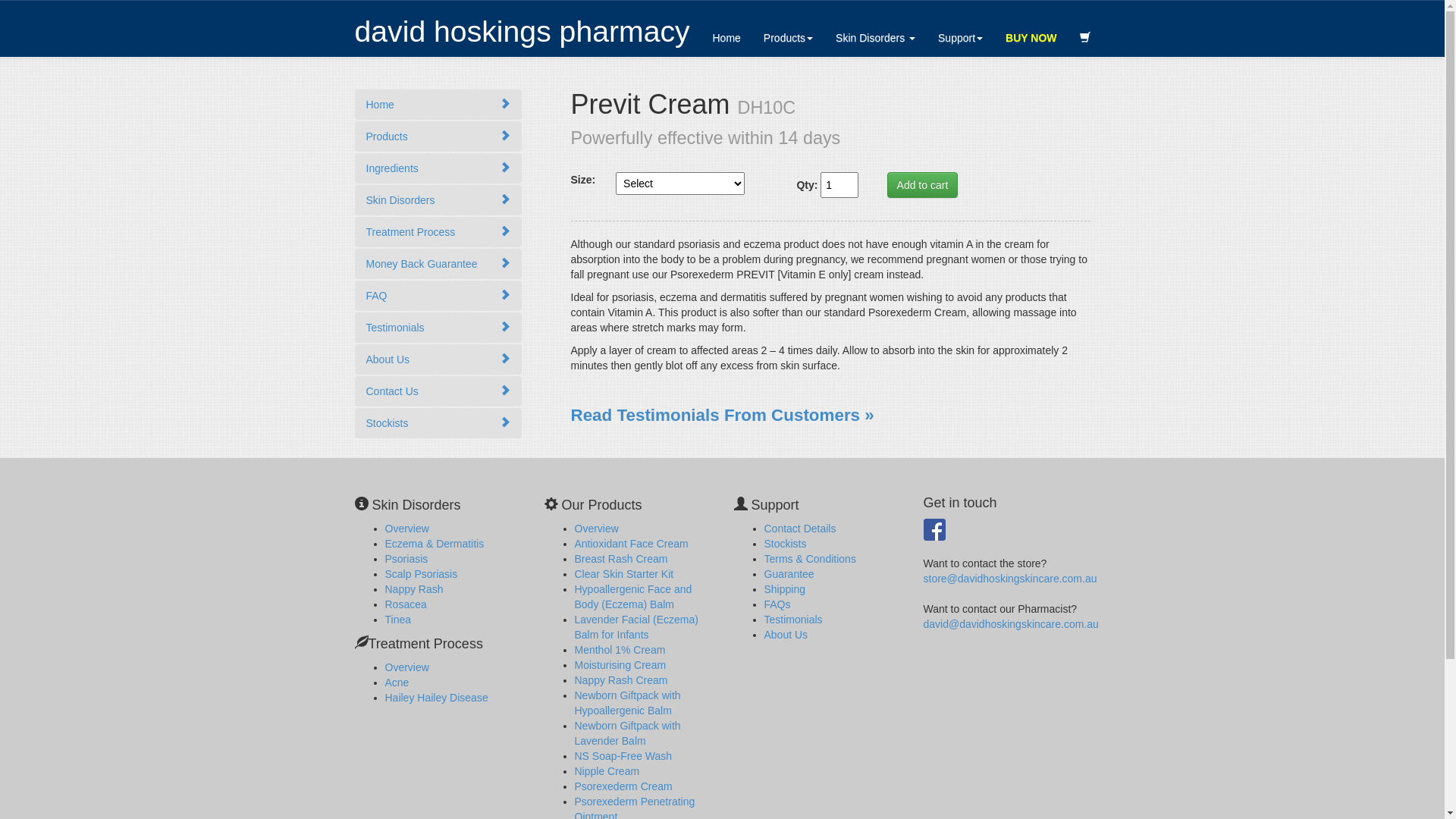 The image size is (1456, 819). I want to click on 'Tinea', so click(398, 620).